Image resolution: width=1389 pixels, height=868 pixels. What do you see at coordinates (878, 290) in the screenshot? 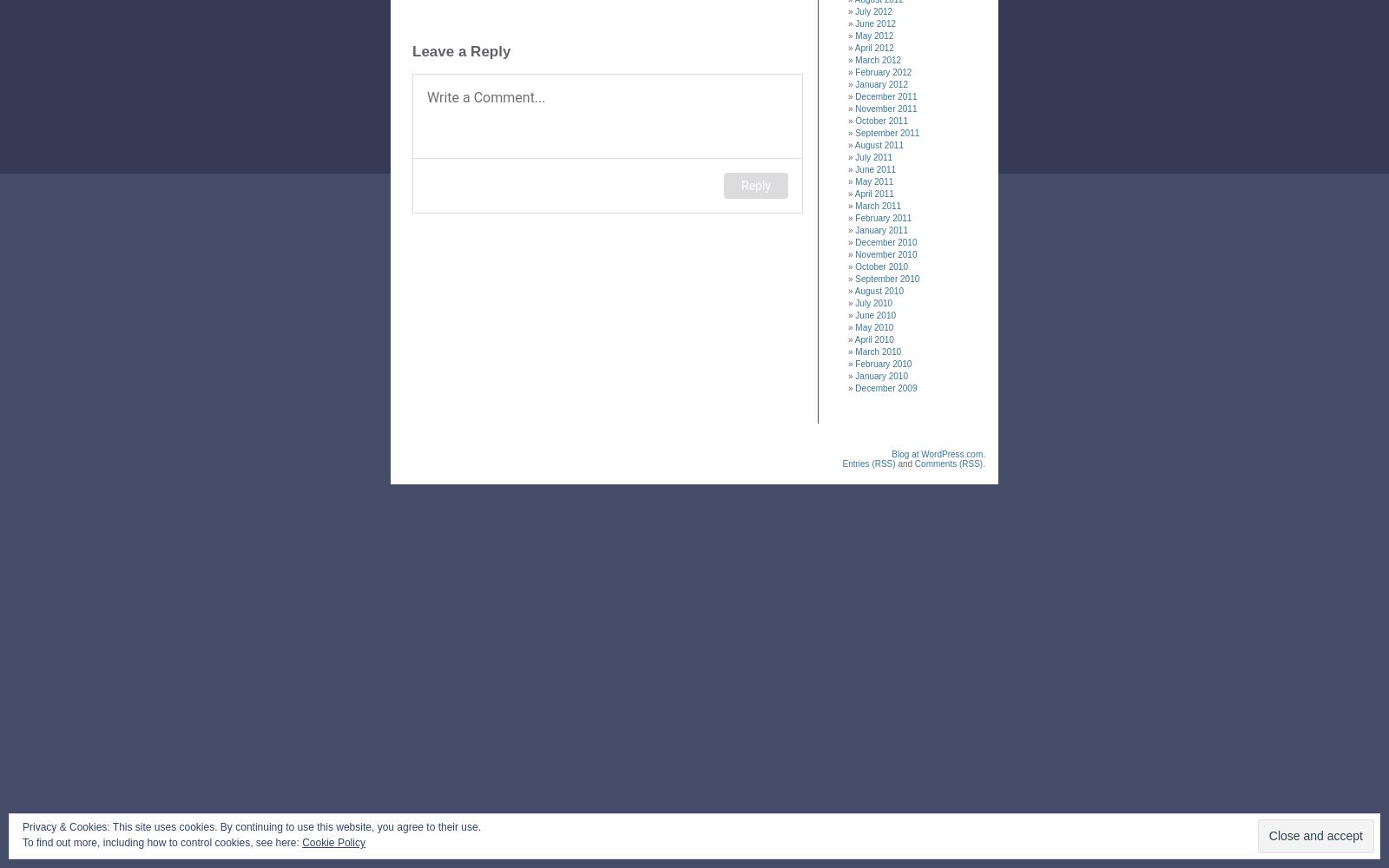
I see `'August 2010'` at bounding box center [878, 290].